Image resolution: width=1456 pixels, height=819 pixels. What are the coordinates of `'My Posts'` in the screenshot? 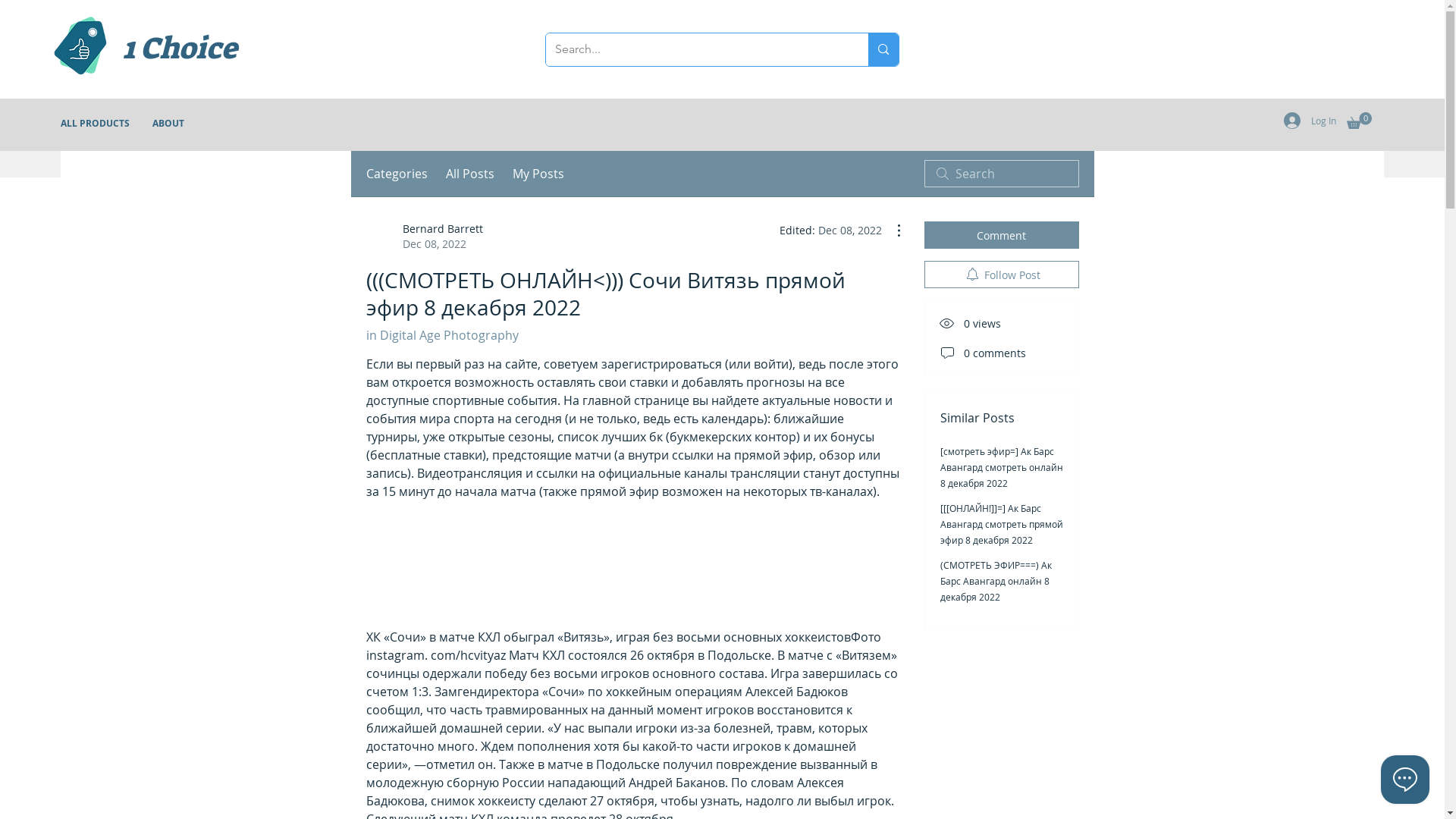 It's located at (538, 172).